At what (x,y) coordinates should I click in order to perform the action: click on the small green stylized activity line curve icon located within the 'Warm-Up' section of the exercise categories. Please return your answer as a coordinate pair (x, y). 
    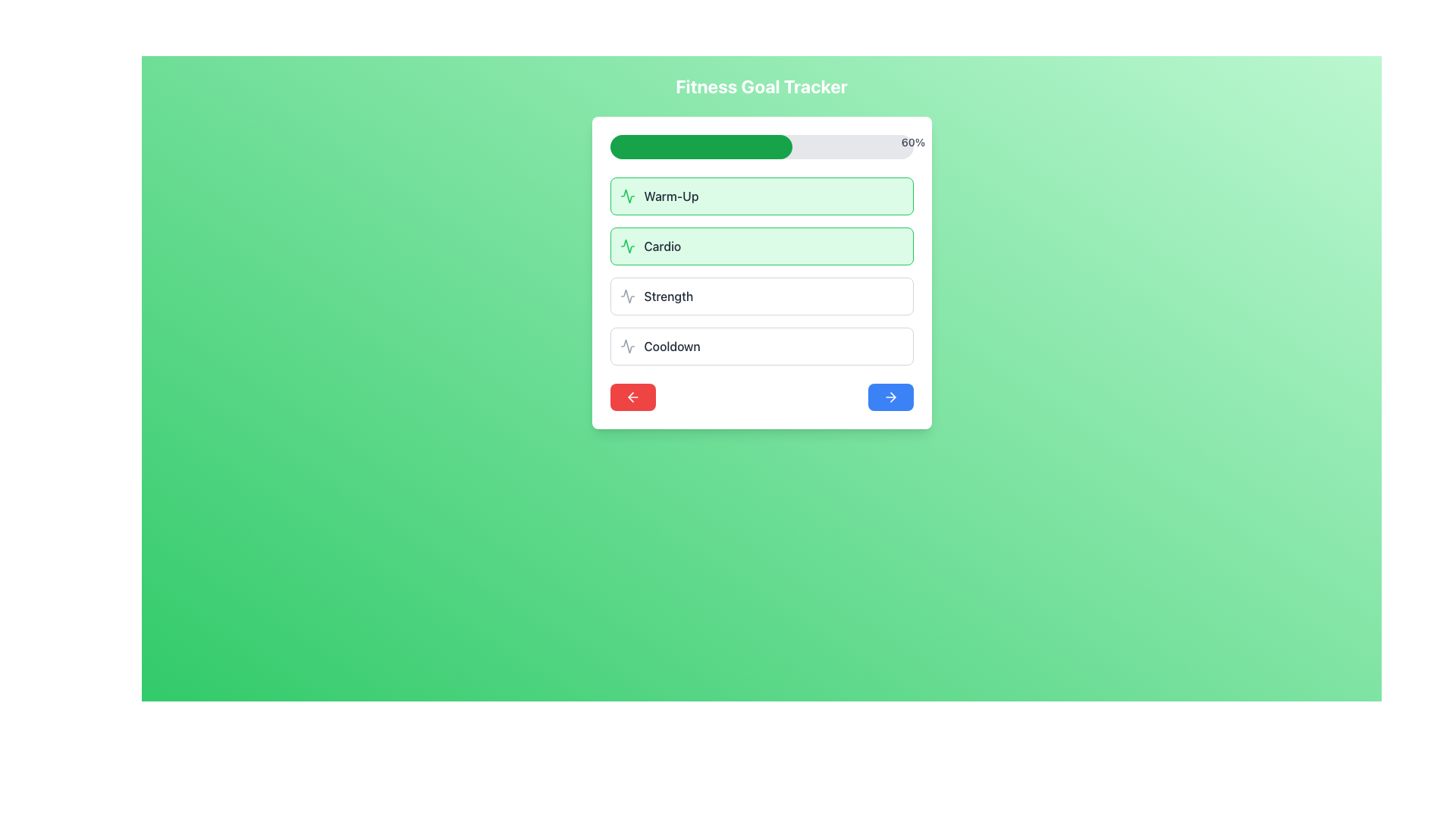
    Looking at the image, I should click on (627, 195).